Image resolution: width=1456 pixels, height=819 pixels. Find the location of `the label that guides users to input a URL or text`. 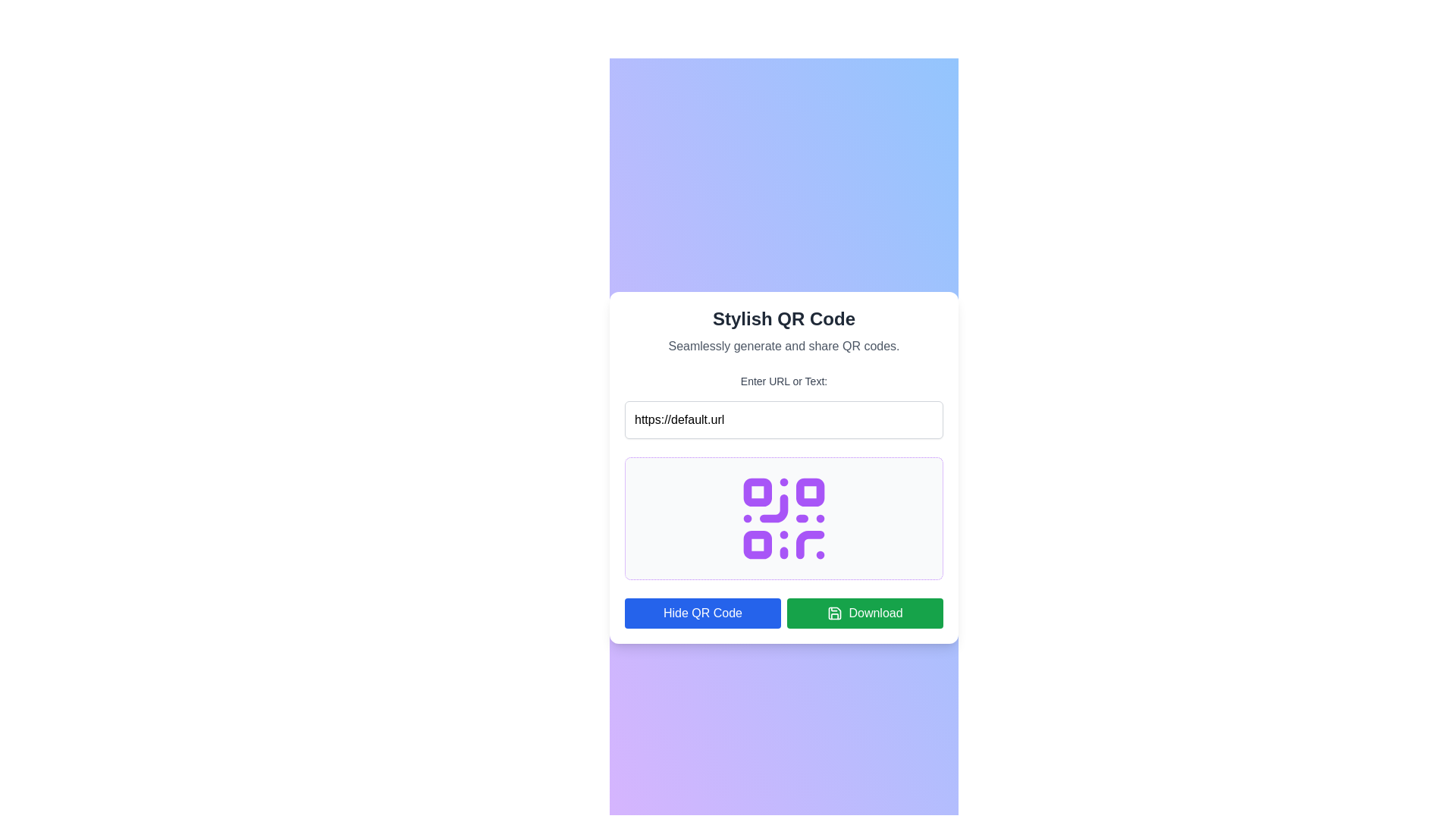

the label that guides users to input a URL or text is located at coordinates (783, 380).